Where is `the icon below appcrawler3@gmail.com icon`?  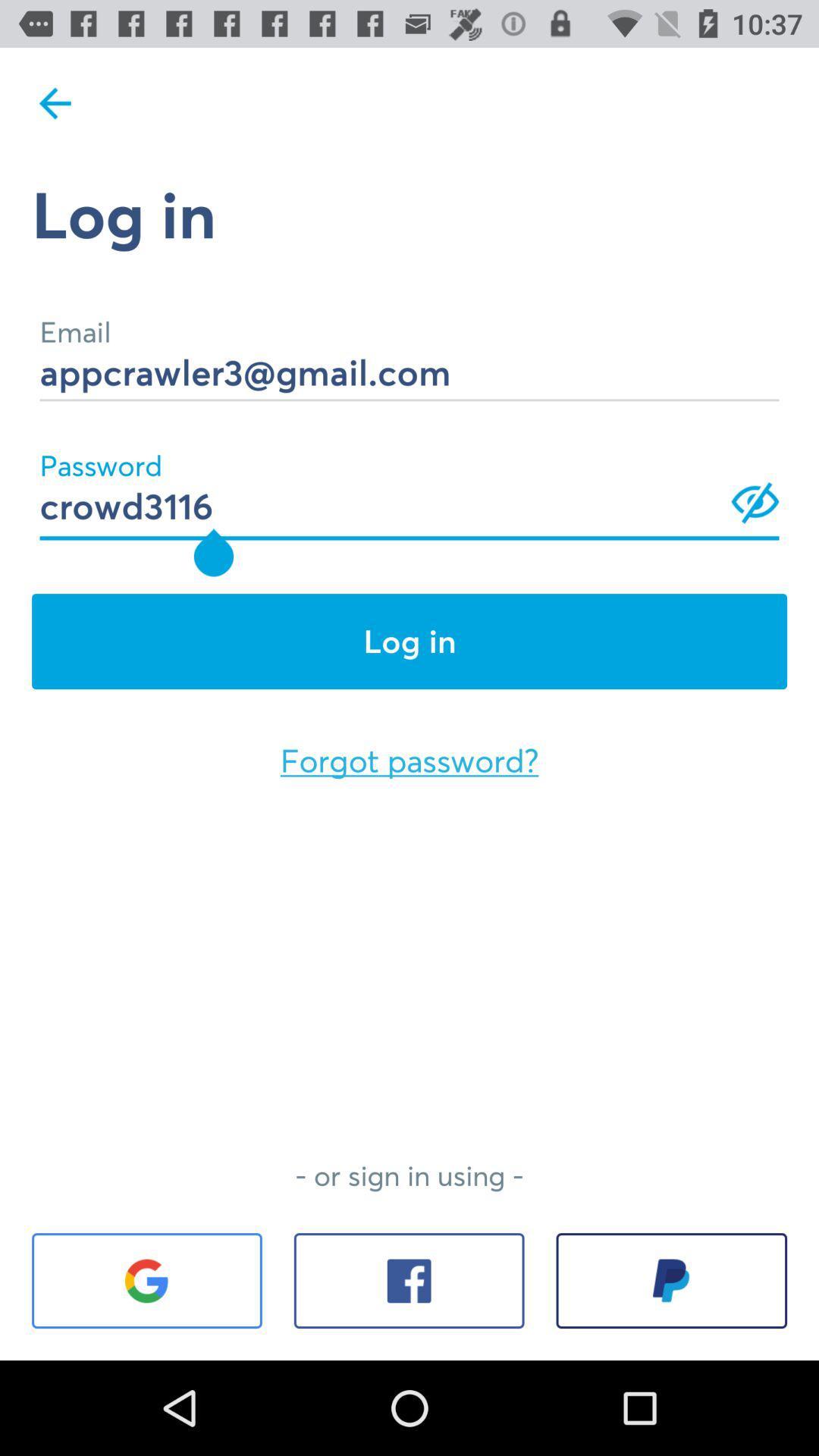 the icon below appcrawler3@gmail.com icon is located at coordinates (409, 485).